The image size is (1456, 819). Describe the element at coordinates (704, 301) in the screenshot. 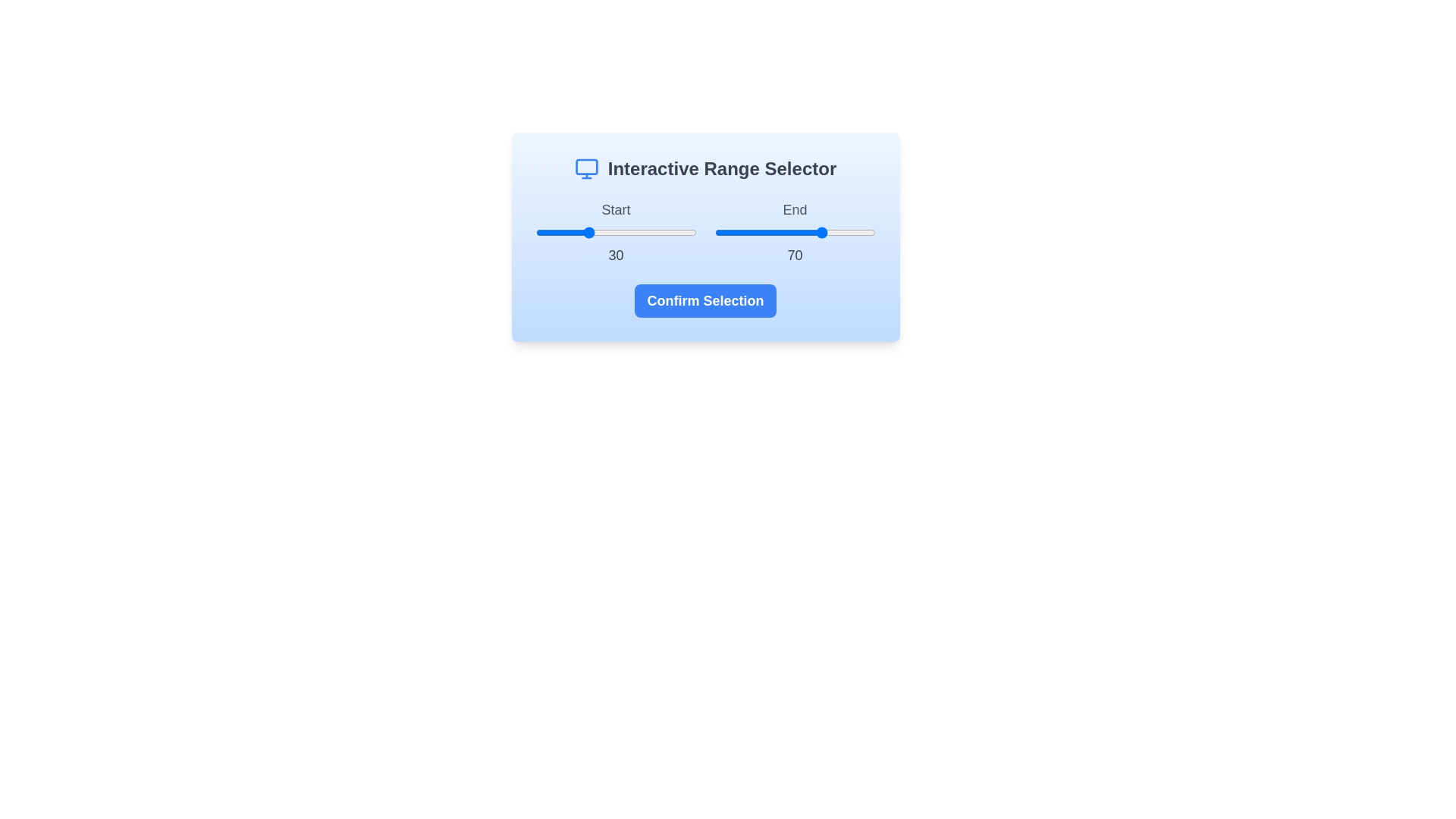

I see `'Confirm Selection' button` at that location.